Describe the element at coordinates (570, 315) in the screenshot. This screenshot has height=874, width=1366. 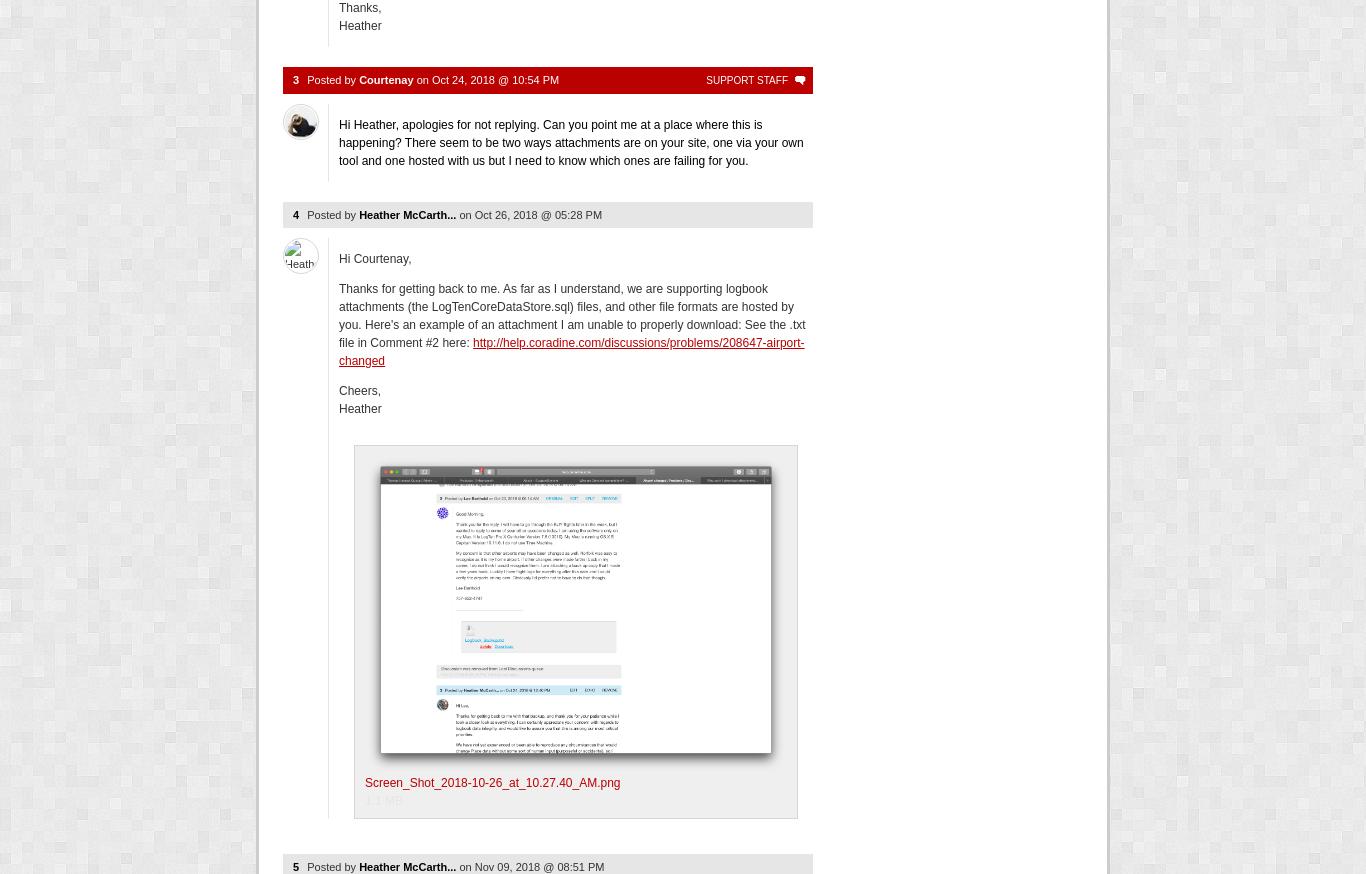
I see `'Thanks for getting back to me. As far as I understand, we are supporting logbook attachments (the LogTenCoreDataStore.sql) files, and other file formats are hosted by you. Here's an example of an attachment I am unable to properly download: See the .txt file in Comment #2 here:'` at that location.